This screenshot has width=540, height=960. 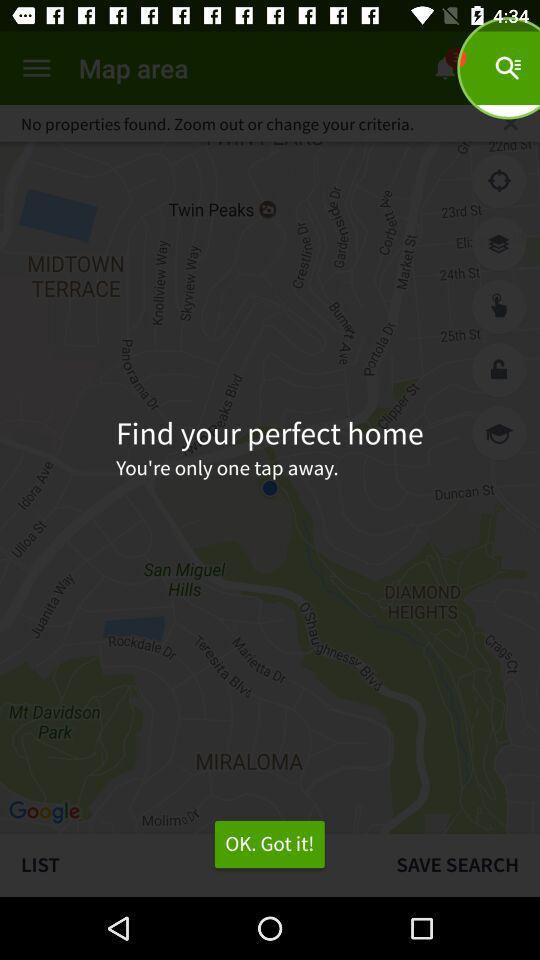 I want to click on show layers, so click(x=498, y=243).